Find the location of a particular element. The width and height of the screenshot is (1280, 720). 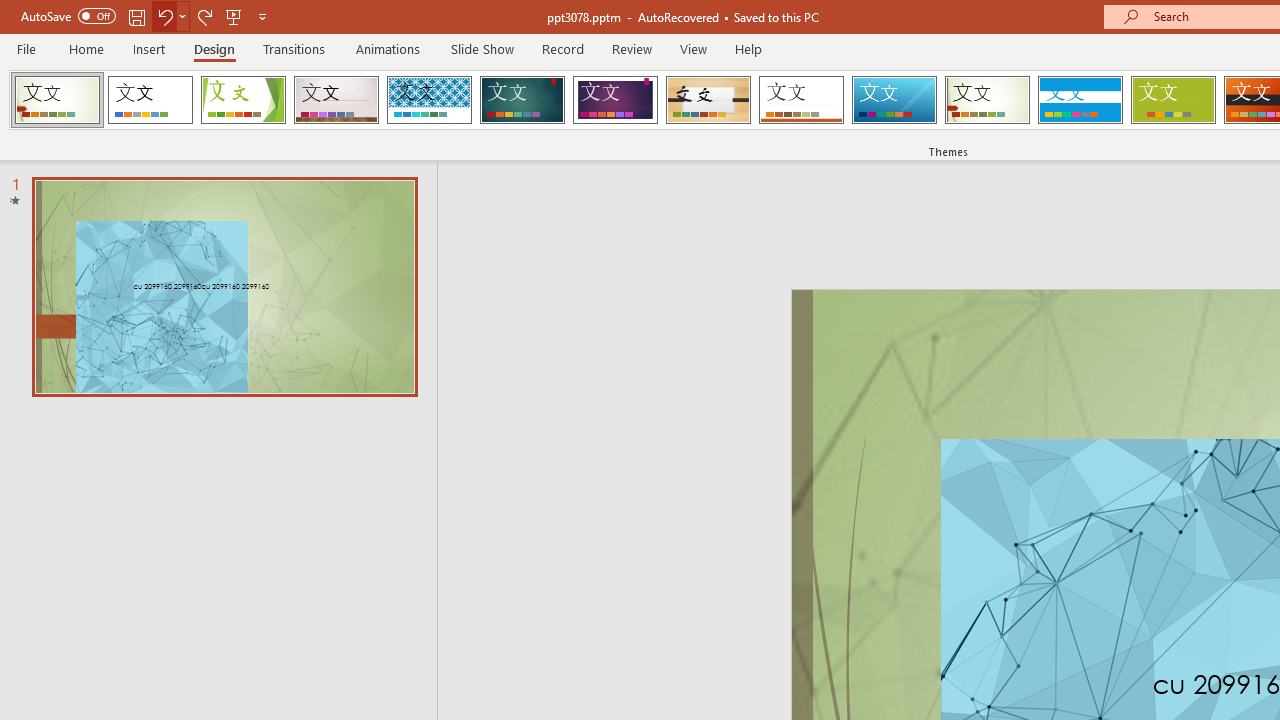

'Organic' is located at coordinates (708, 100).